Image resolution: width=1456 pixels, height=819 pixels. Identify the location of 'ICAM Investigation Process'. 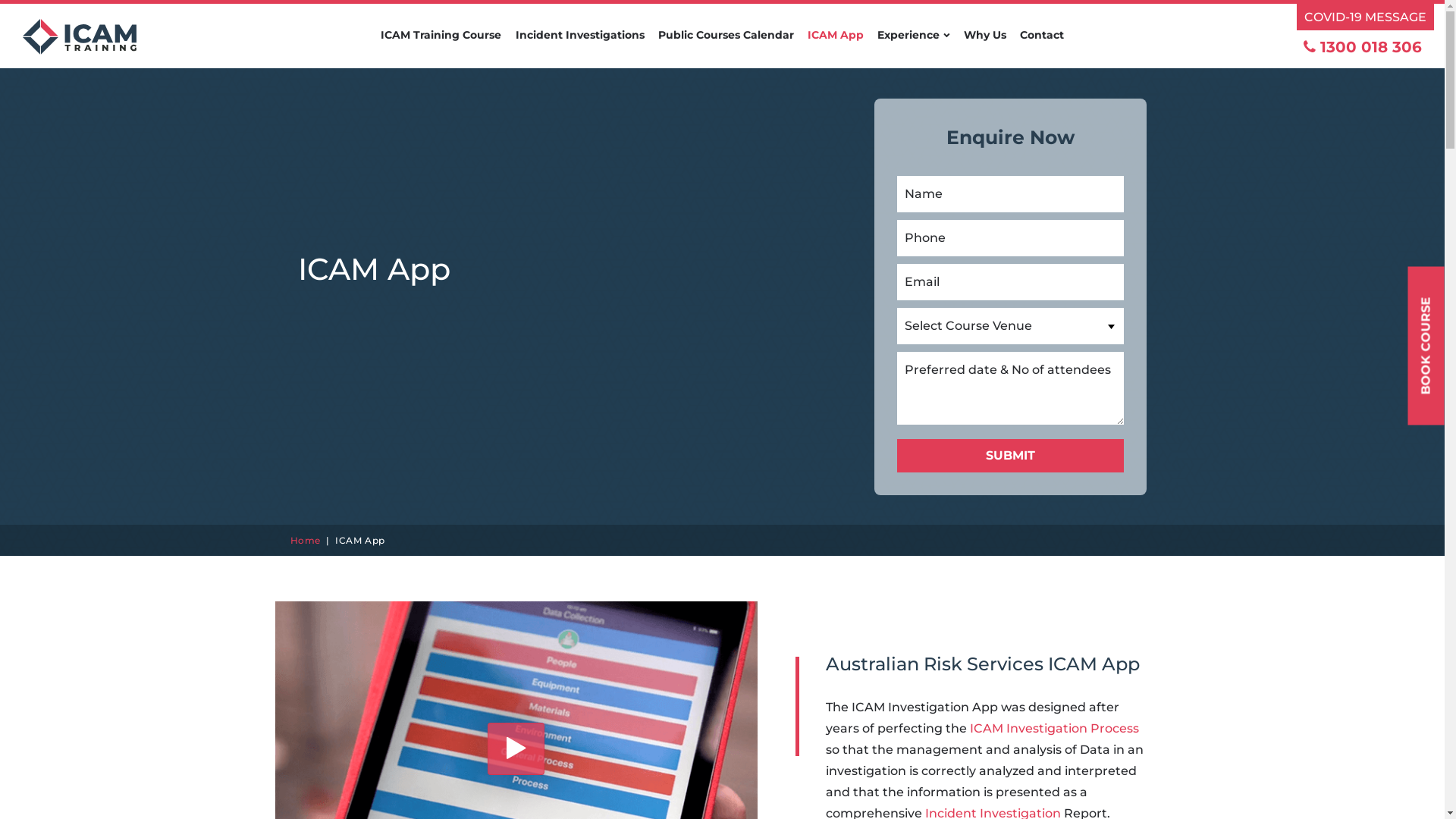
(1053, 727).